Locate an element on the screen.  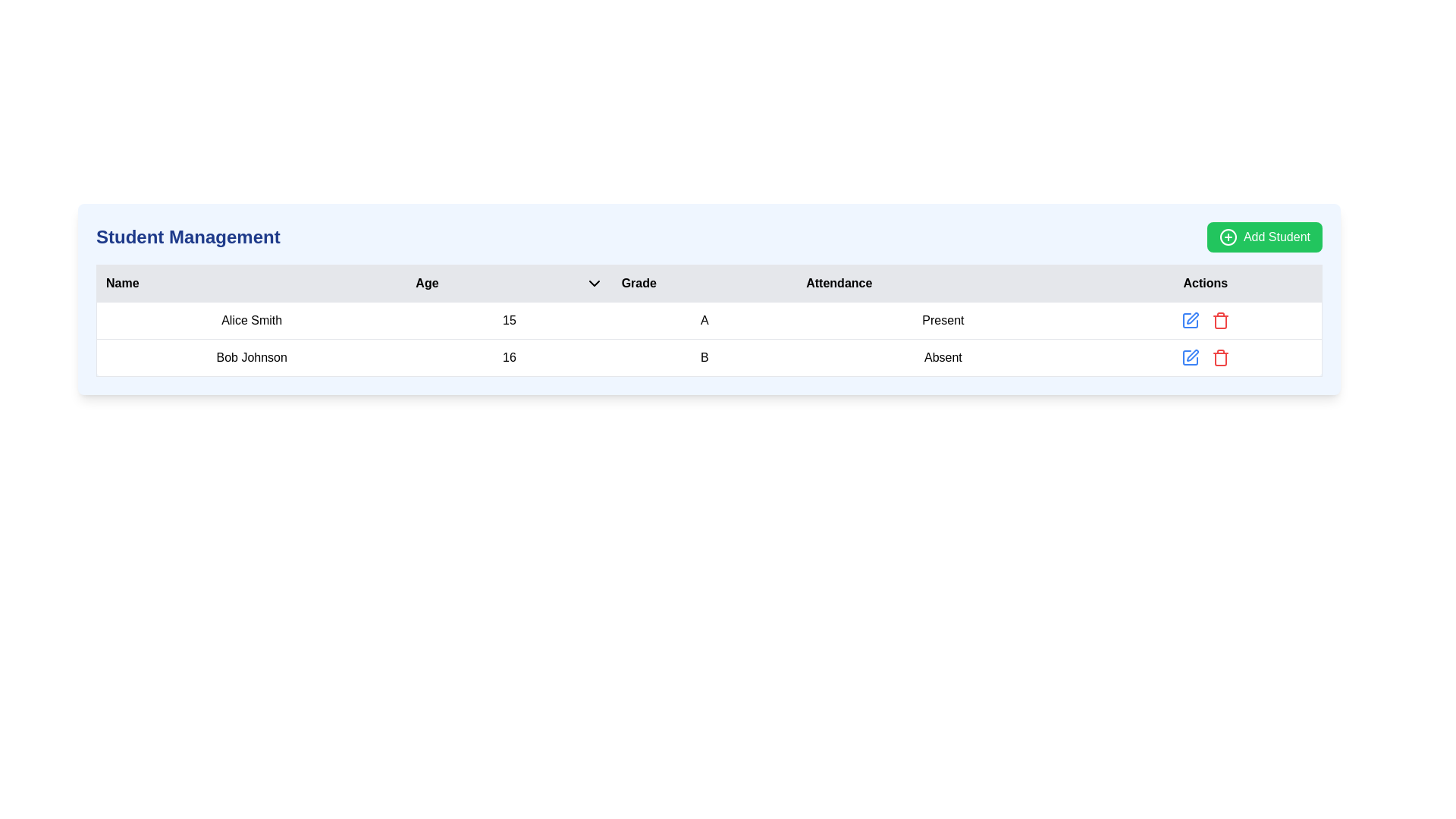
value displayed in the 'Grade' column for student Alice Smith, which is located in the third cell of the first row of the table is located at coordinates (704, 320).